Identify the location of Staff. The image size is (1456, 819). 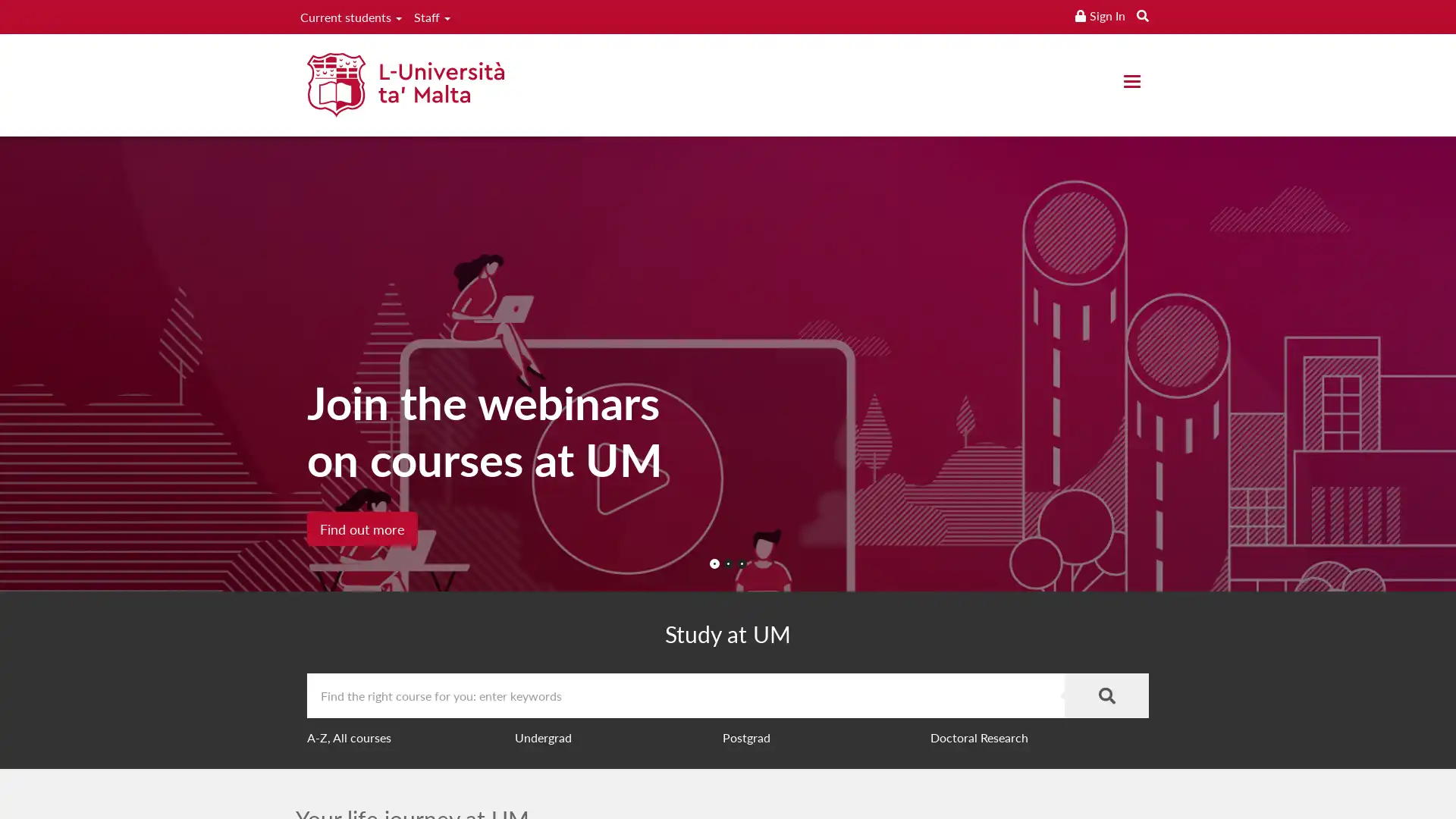
(431, 17).